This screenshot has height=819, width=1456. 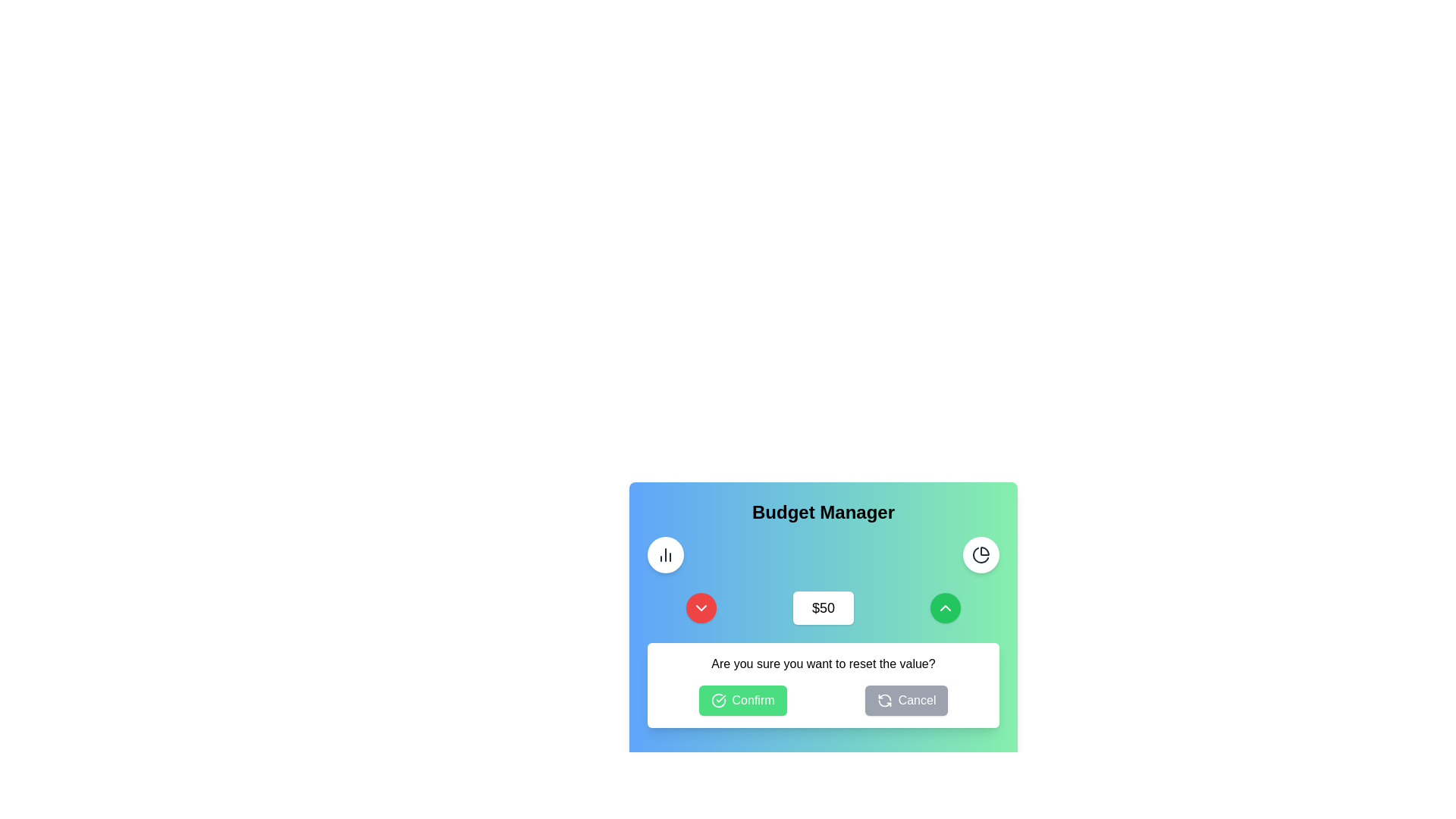 What do you see at coordinates (945, 607) in the screenshot?
I see `the small circular green button with a white upward-pointing chevron icon located` at bounding box center [945, 607].